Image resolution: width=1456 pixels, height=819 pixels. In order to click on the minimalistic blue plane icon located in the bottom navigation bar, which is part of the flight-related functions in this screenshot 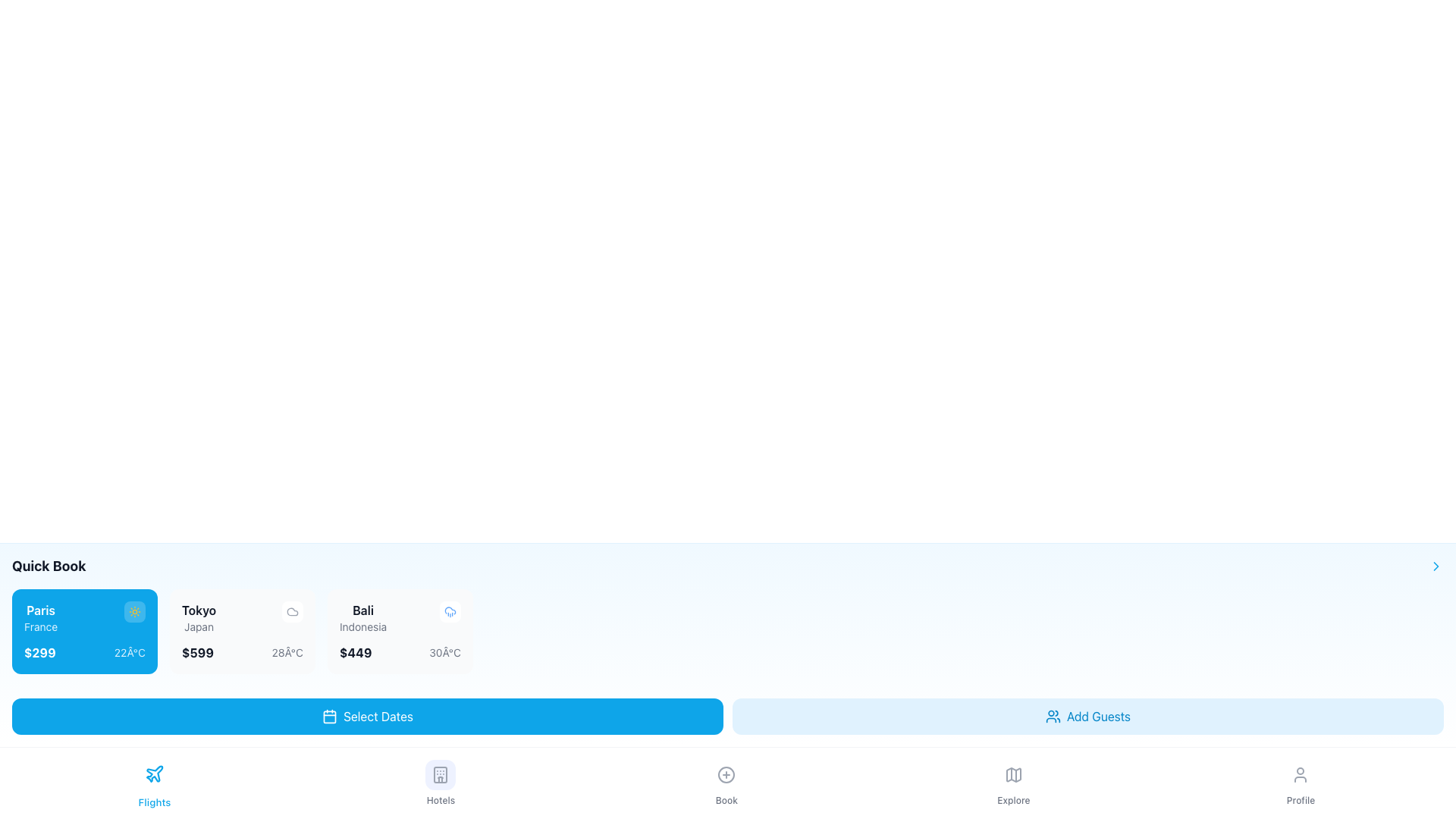, I will do `click(155, 773)`.